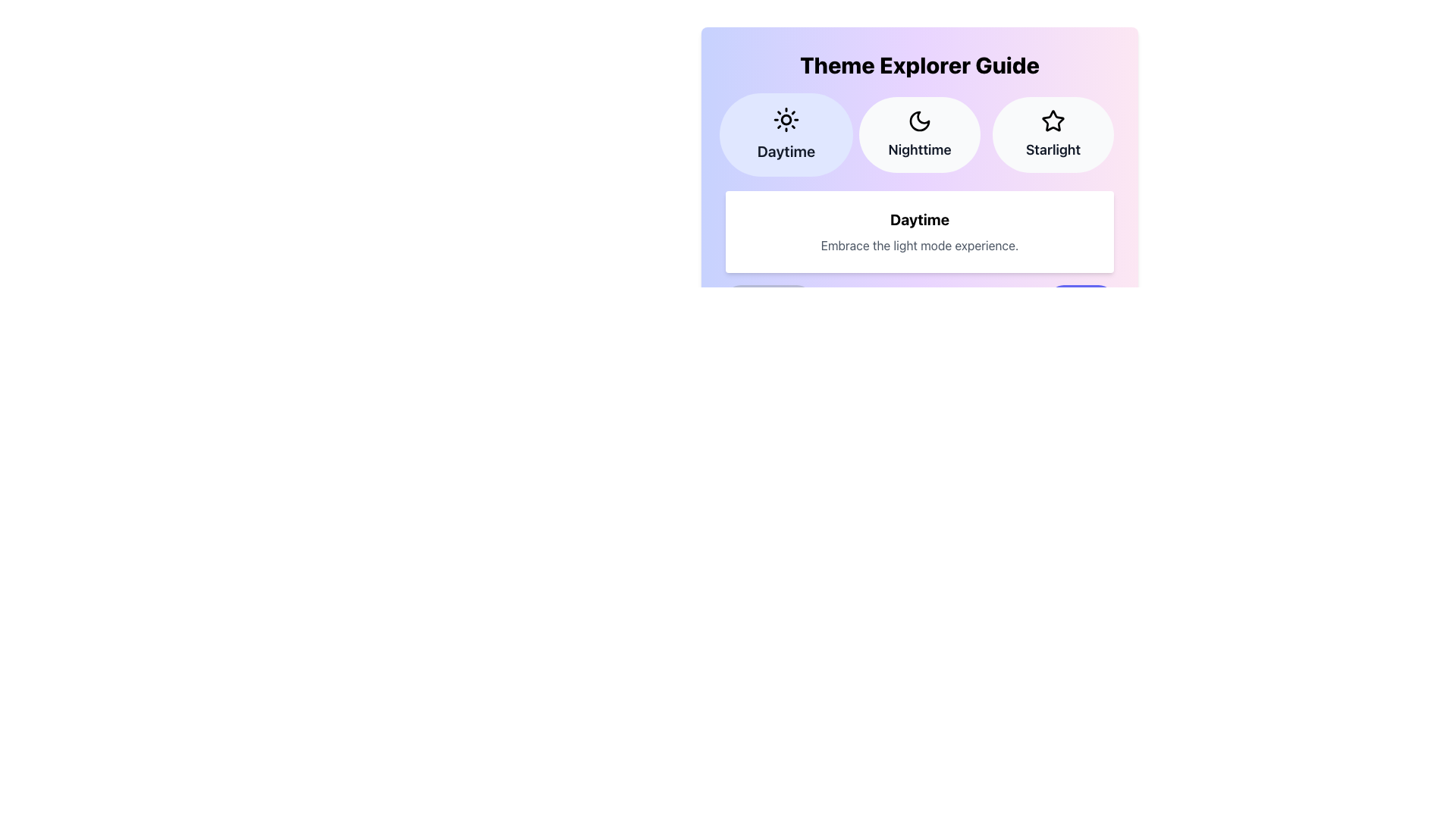 The width and height of the screenshot is (1456, 819). Describe the element at coordinates (786, 133) in the screenshot. I see `the rounded indigo button labeled 'Daytime' with a sun icon` at that location.